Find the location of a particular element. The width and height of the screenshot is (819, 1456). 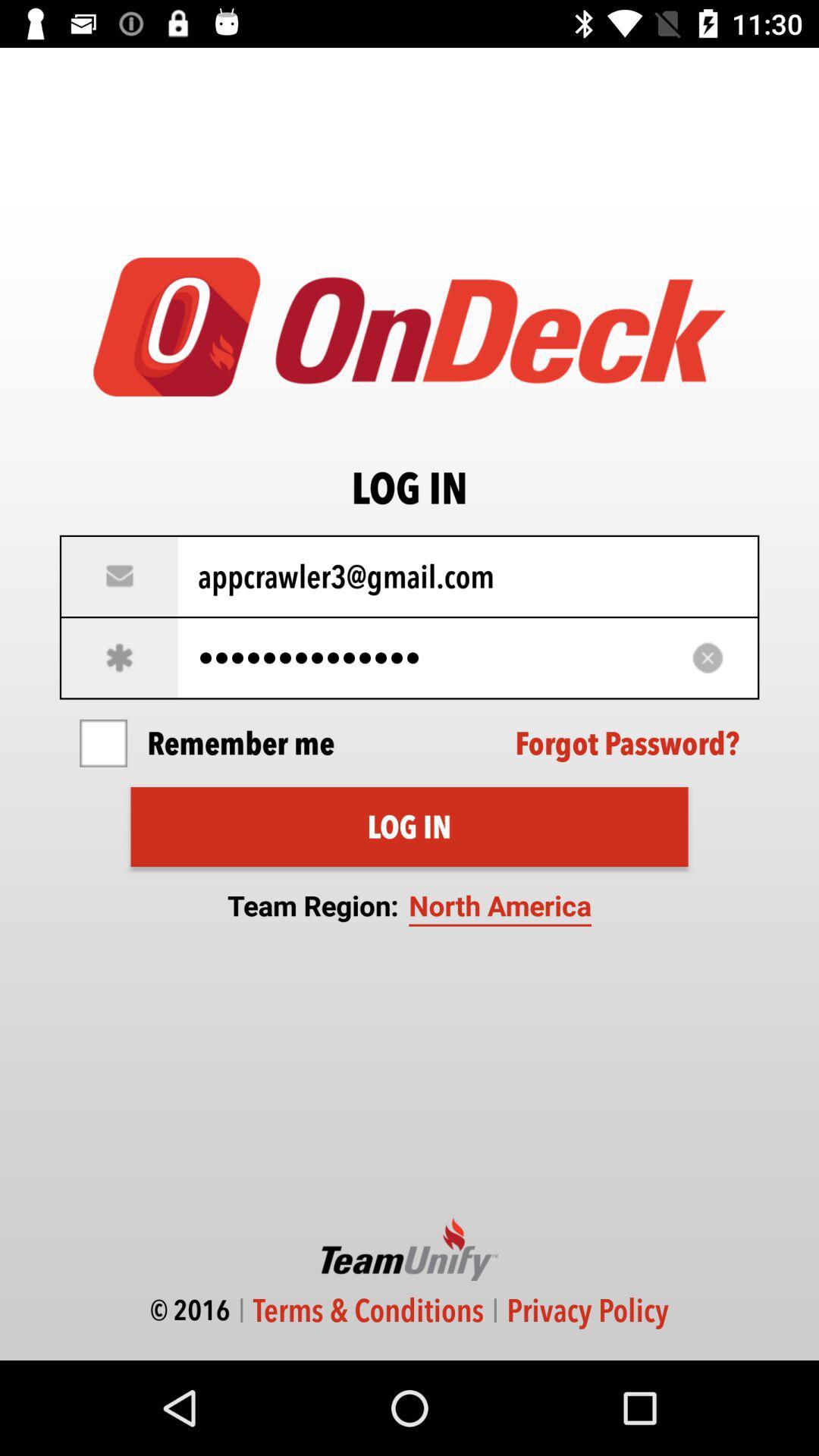

remember login for next time is located at coordinates (102, 743).